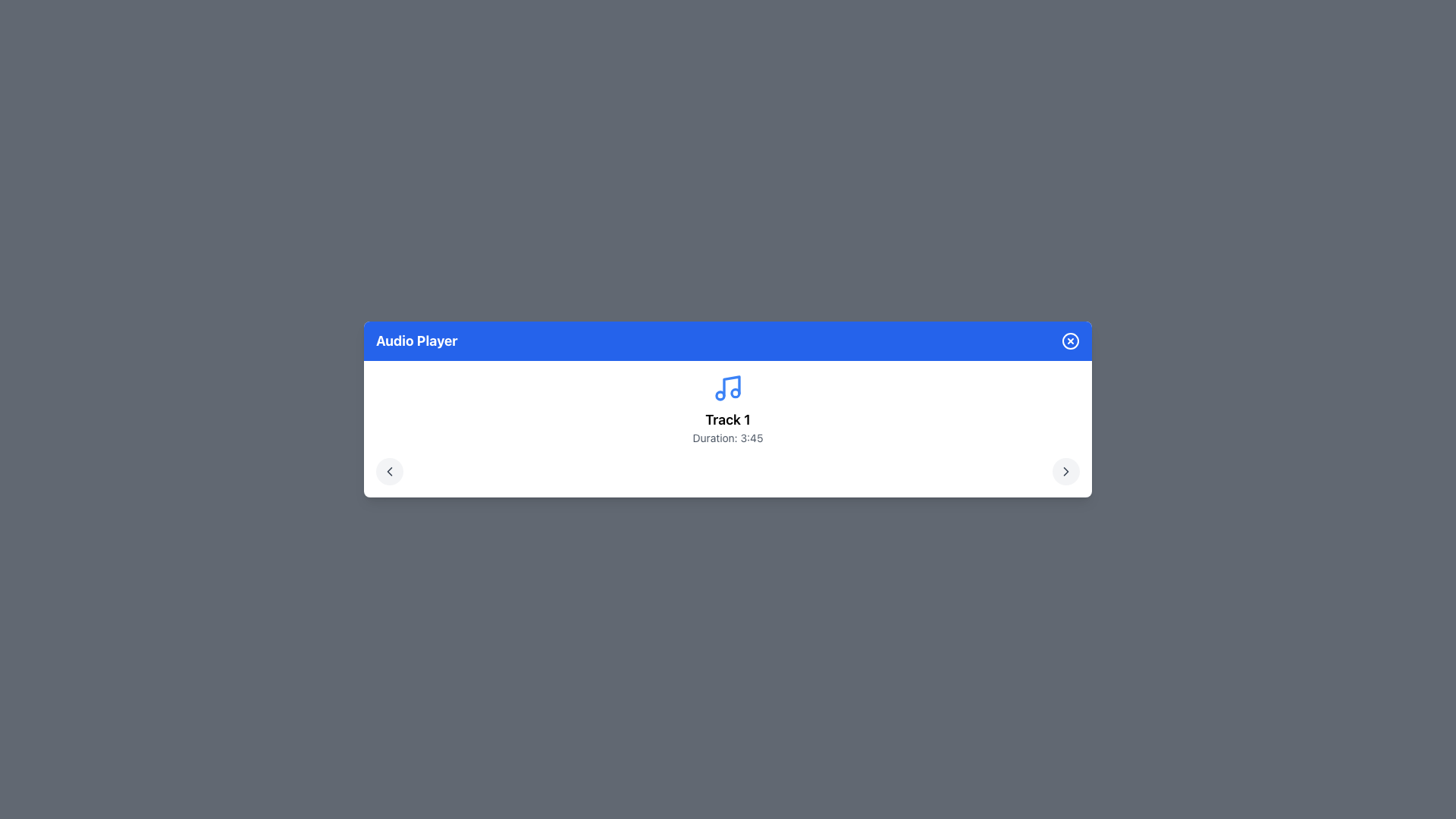  What do you see at coordinates (389, 470) in the screenshot?
I see `the backward navigation button located in the bottom-left corner of the navigation section` at bounding box center [389, 470].